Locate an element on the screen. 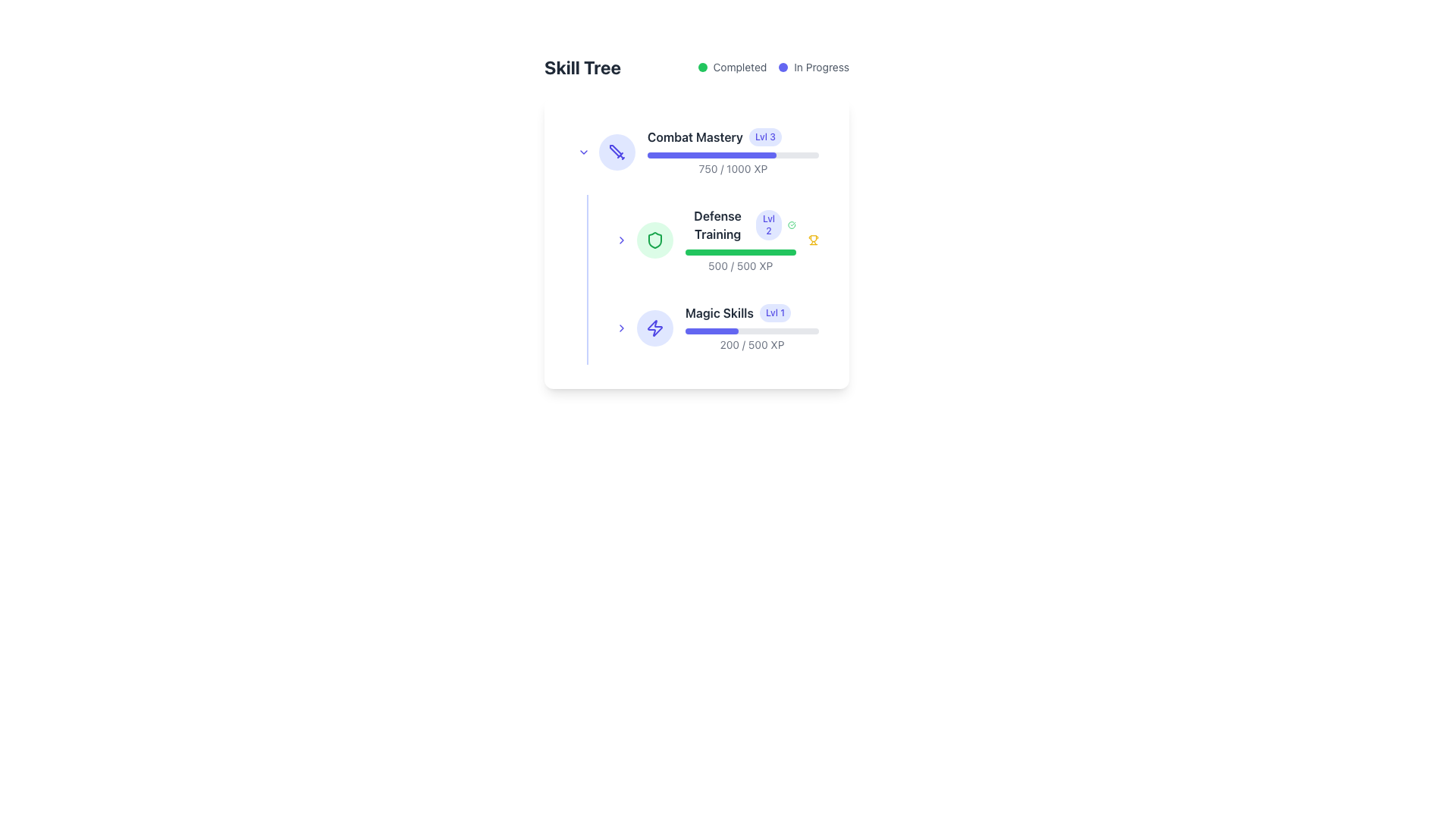  the small circular button with a right-pointing indigo chevron icon located to the left of the 'Magic Skills' text in the skill tree interface is located at coordinates (622, 327).